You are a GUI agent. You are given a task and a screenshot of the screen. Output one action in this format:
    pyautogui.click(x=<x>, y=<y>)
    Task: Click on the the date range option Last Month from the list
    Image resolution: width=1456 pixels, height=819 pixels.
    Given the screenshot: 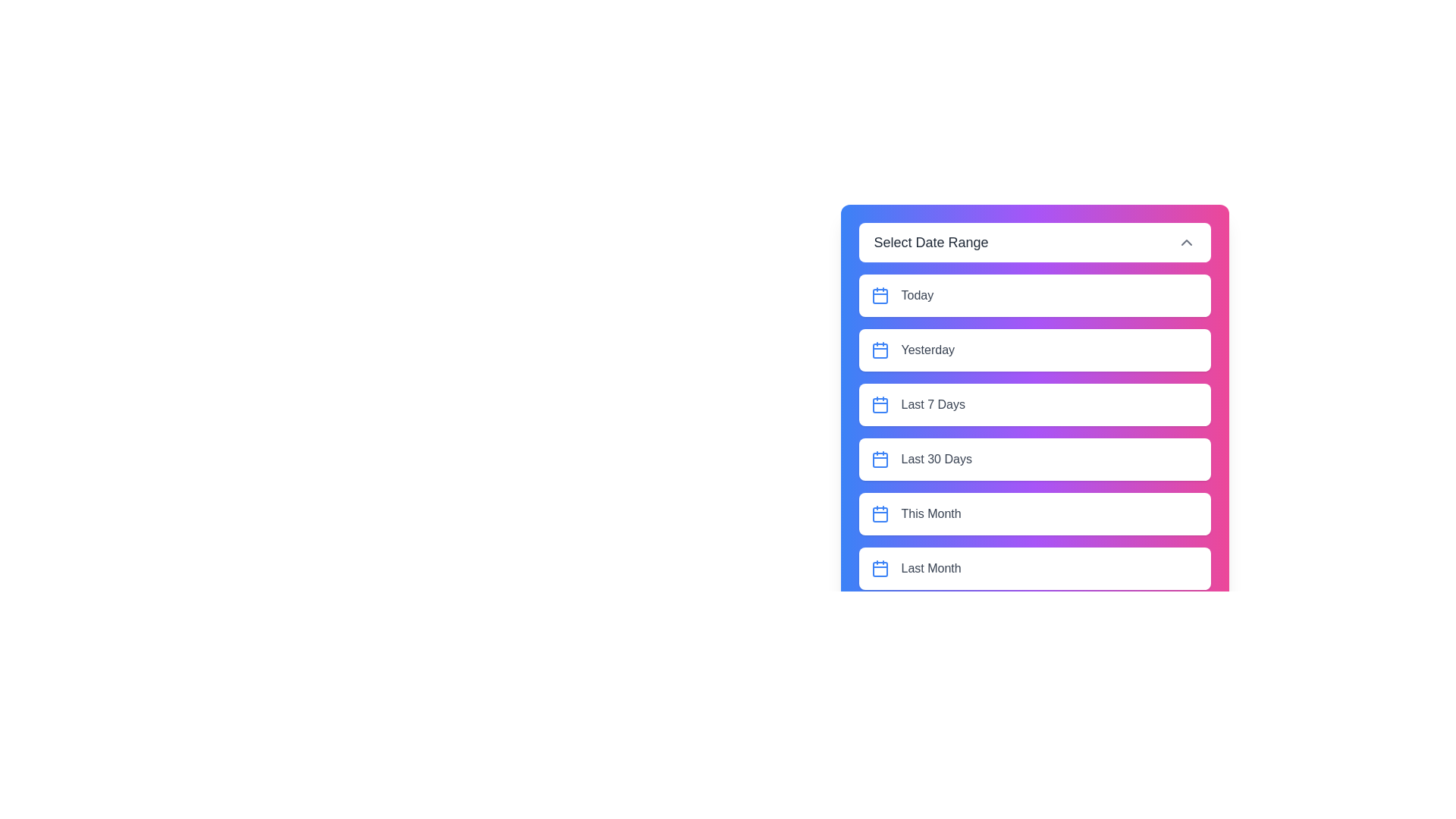 What is the action you would take?
    pyautogui.click(x=1034, y=568)
    